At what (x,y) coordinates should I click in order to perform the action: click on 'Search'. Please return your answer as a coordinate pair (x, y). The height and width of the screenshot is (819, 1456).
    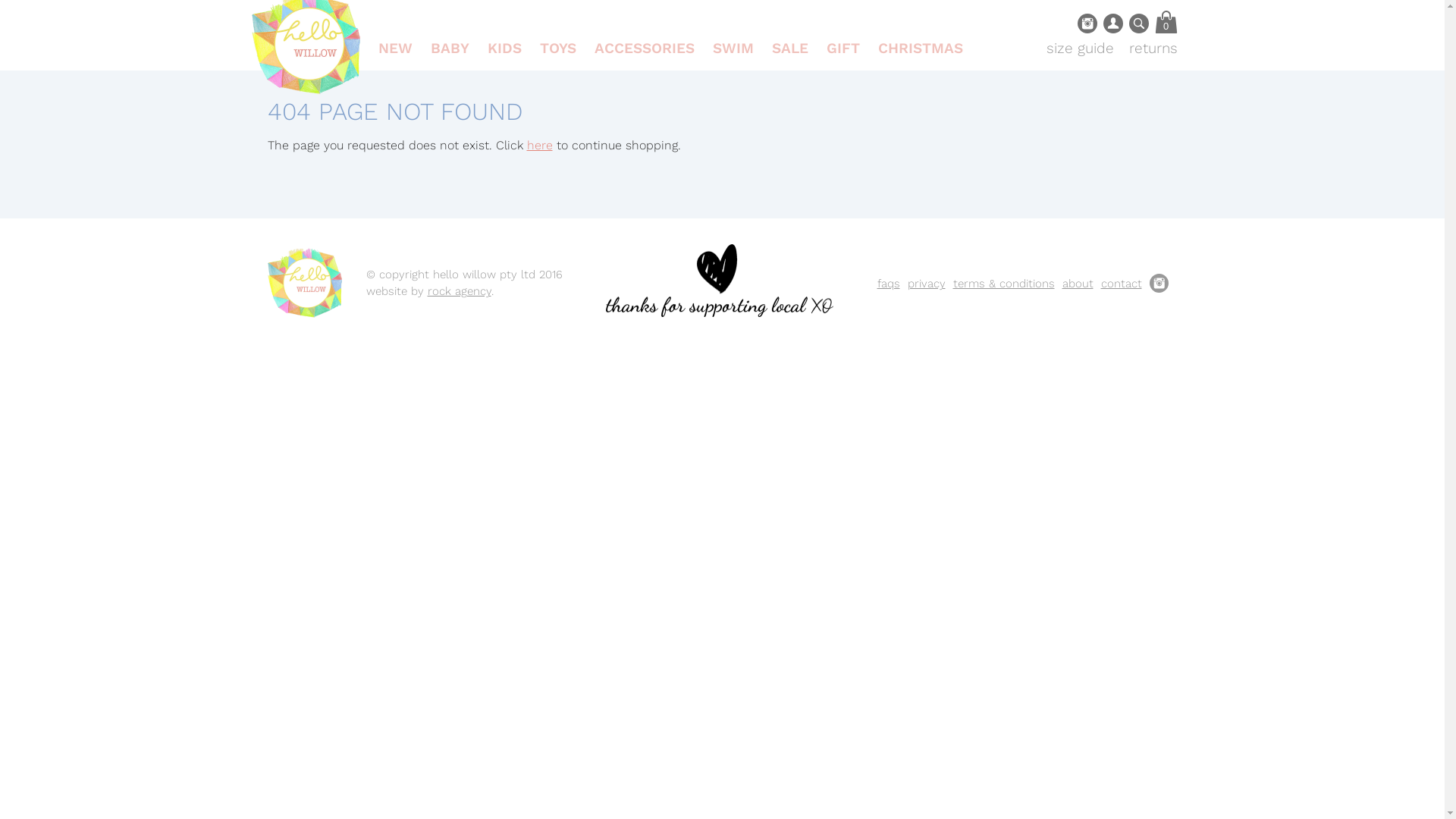
    Looking at the image, I should click on (1128, 23).